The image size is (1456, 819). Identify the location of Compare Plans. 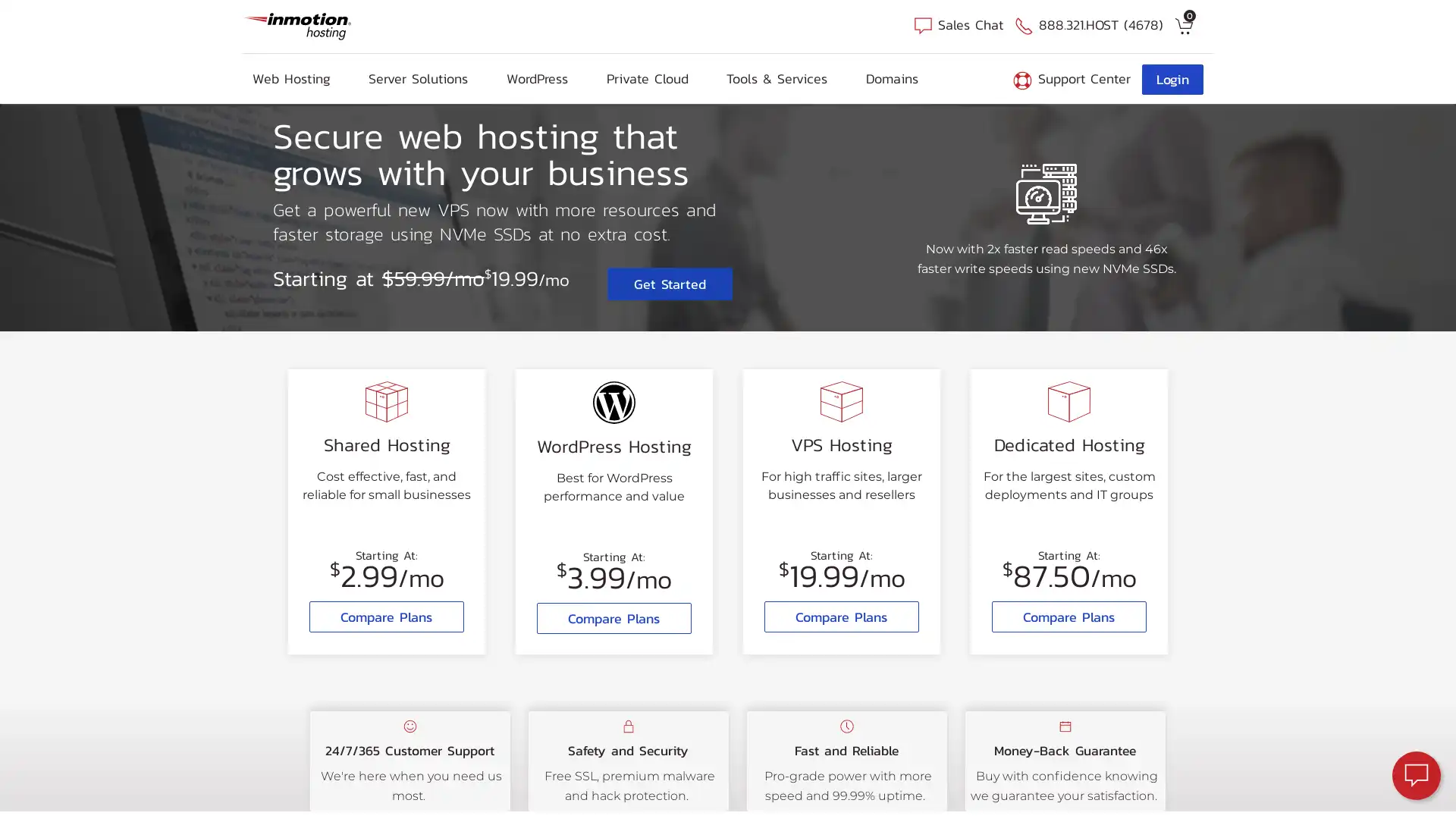
(1068, 617).